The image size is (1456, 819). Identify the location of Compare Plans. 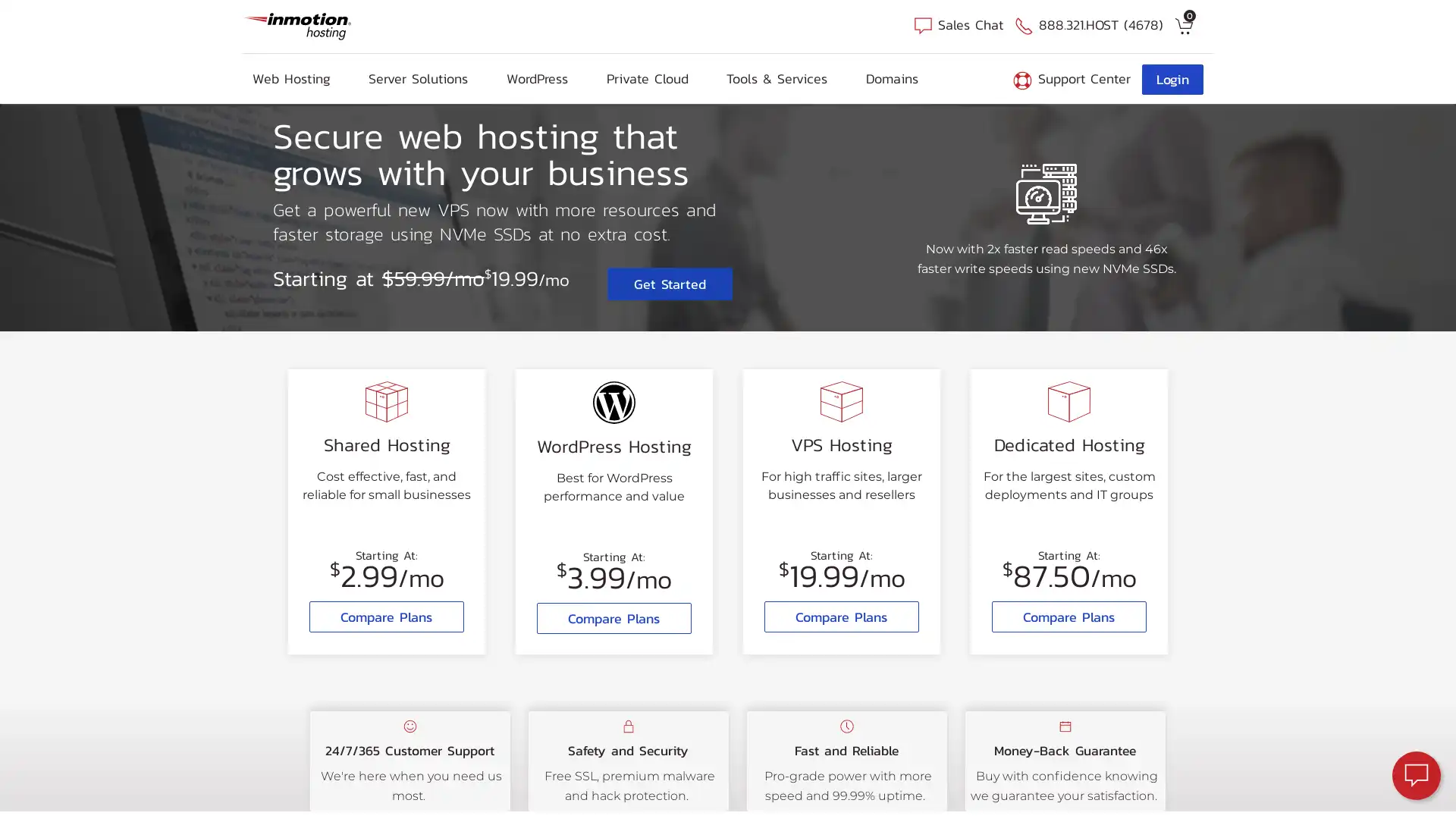
(1068, 617).